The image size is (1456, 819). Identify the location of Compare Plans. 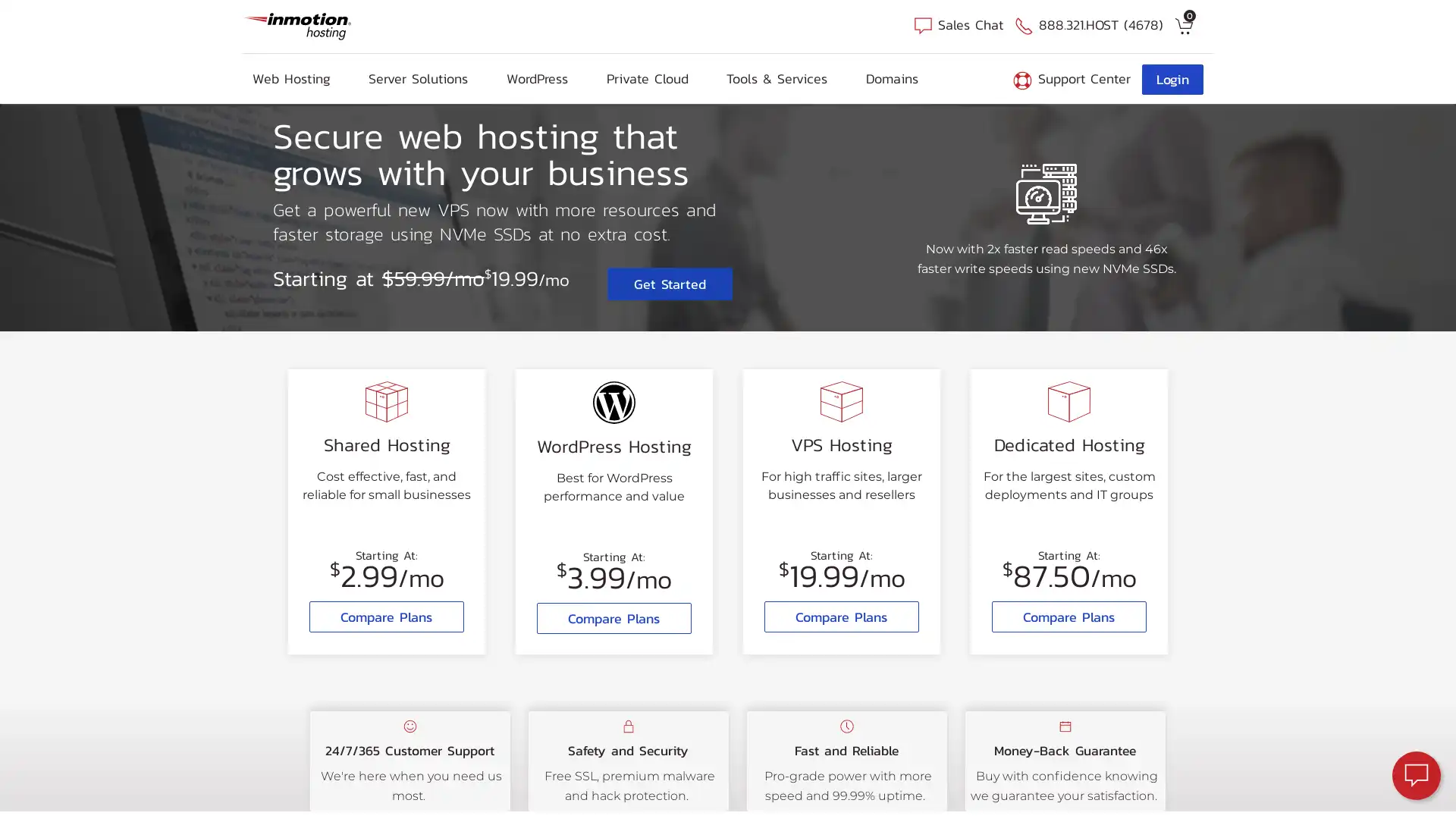
(1068, 617).